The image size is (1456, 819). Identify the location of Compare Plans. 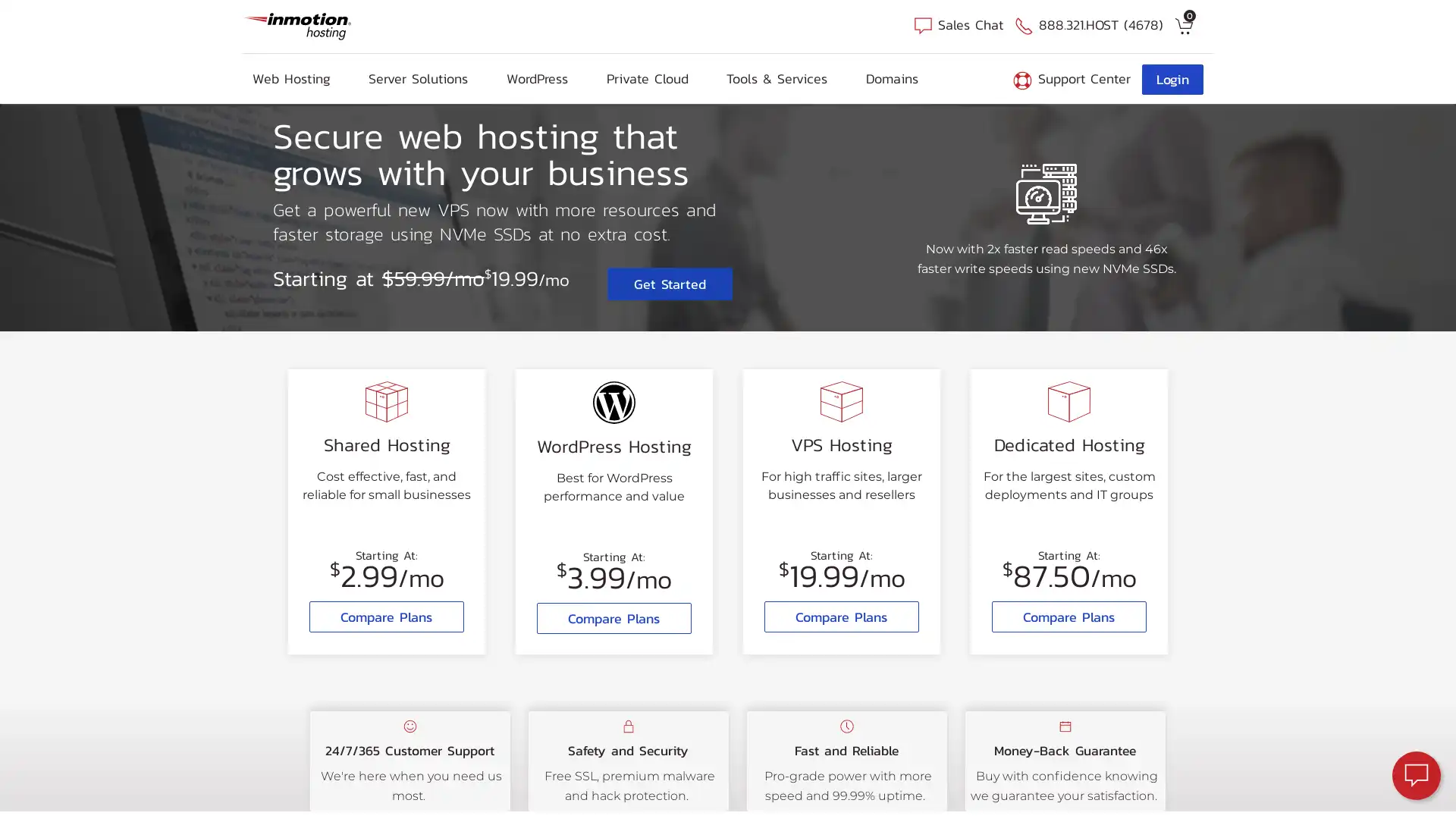
(1068, 617).